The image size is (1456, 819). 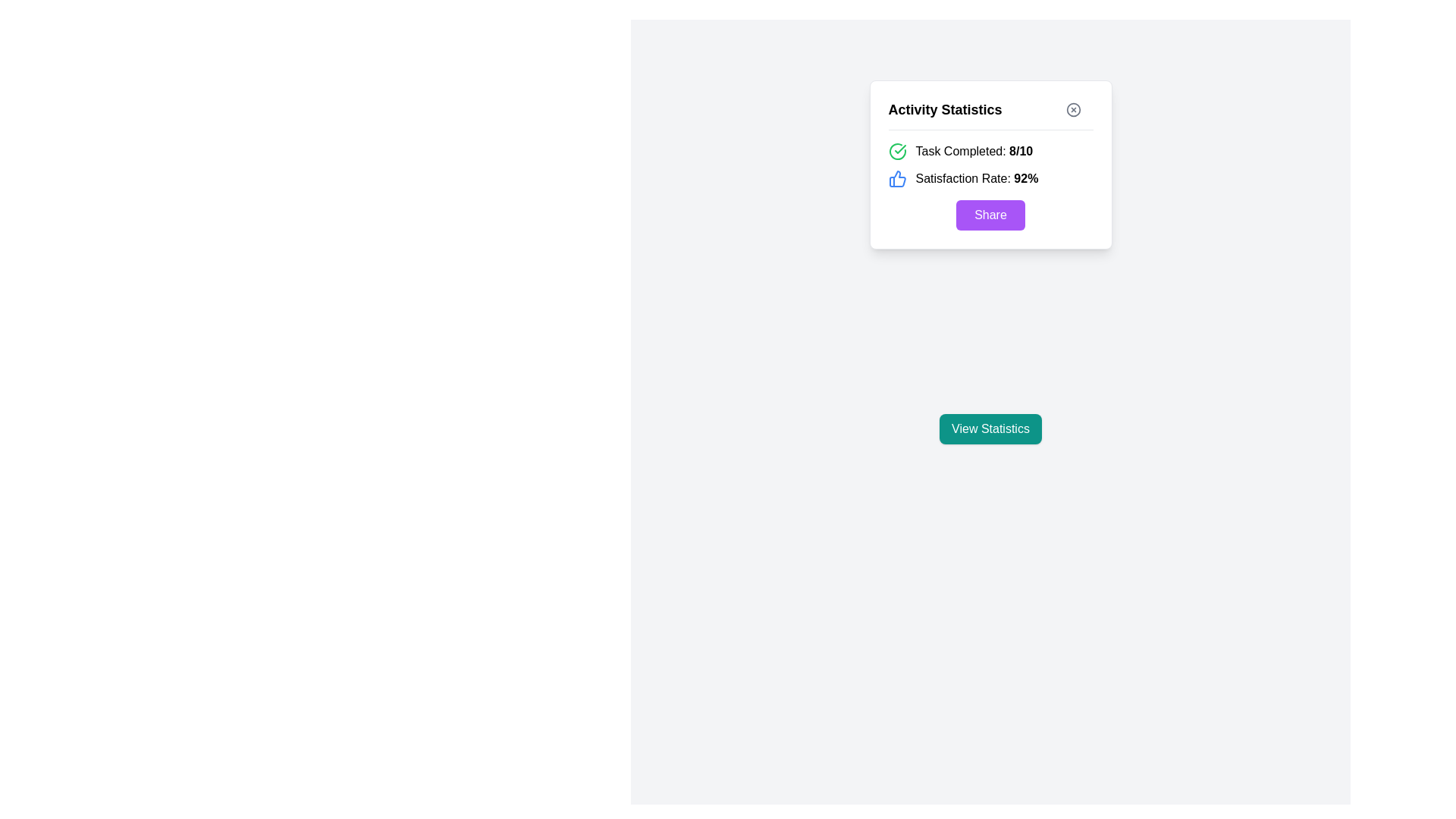 What do you see at coordinates (1077, 109) in the screenshot?
I see `the small gray circular close button with a white 'X' symbol located at the top-right corner of the 'Activity Statistics' panel` at bounding box center [1077, 109].